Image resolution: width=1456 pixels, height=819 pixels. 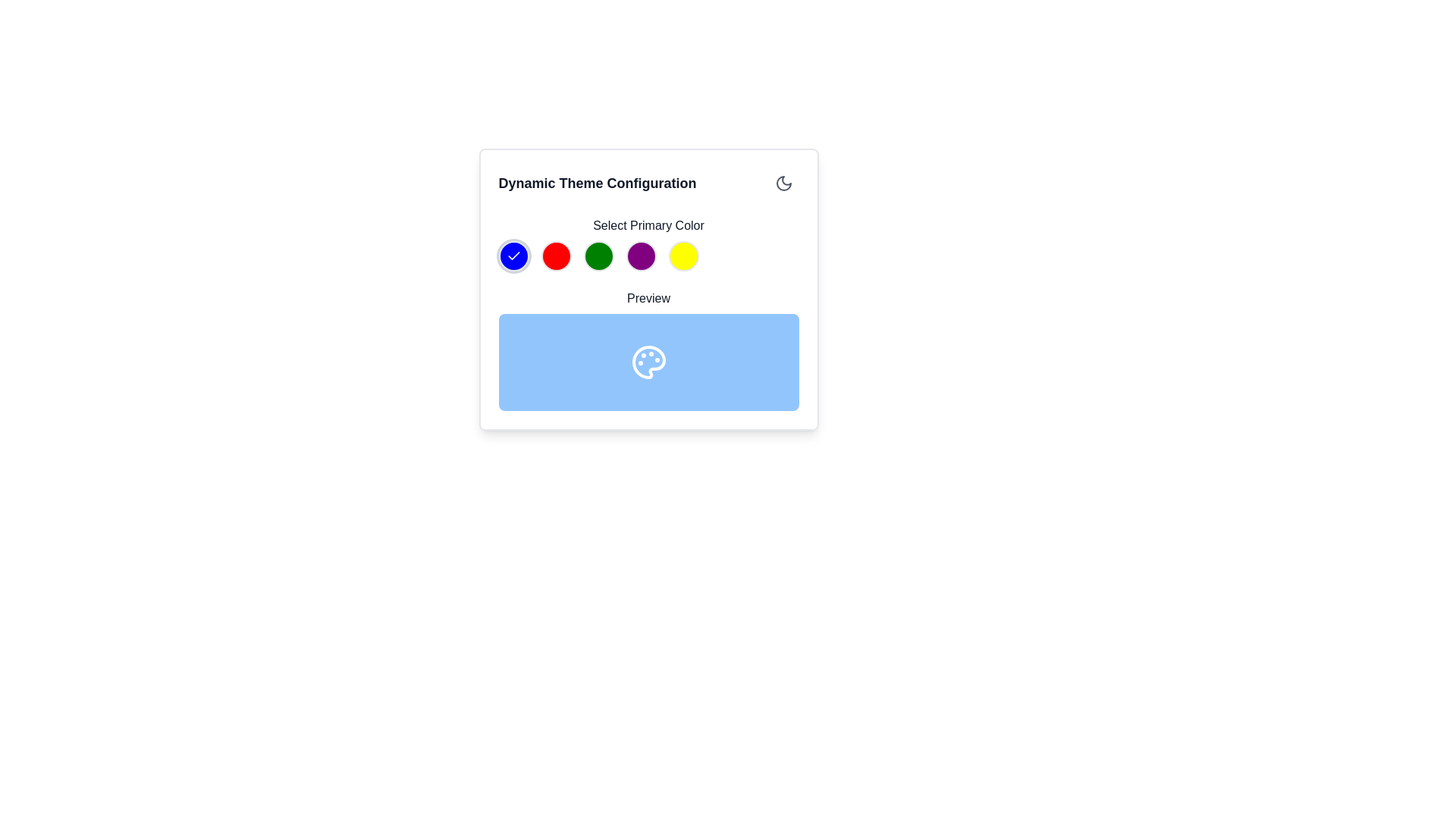 What do you see at coordinates (648, 362) in the screenshot?
I see `the color palette icon located below the 'Preview' text in the 'Dynamic Theme Configuration' card, which is situated in the center of a blue rectangular preview area` at bounding box center [648, 362].